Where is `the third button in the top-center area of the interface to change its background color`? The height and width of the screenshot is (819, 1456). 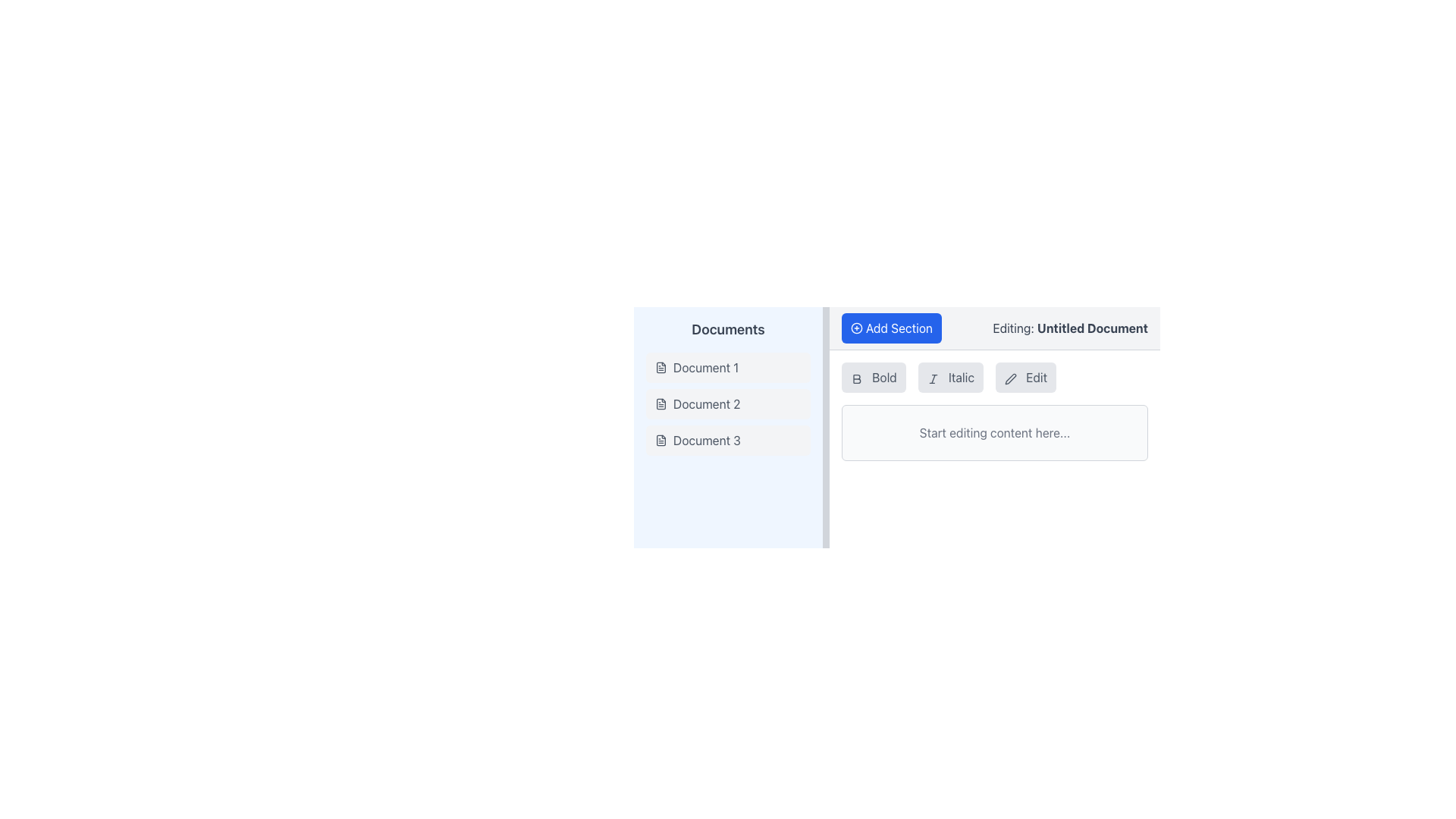 the third button in the top-center area of the interface to change its background color is located at coordinates (1026, 376).